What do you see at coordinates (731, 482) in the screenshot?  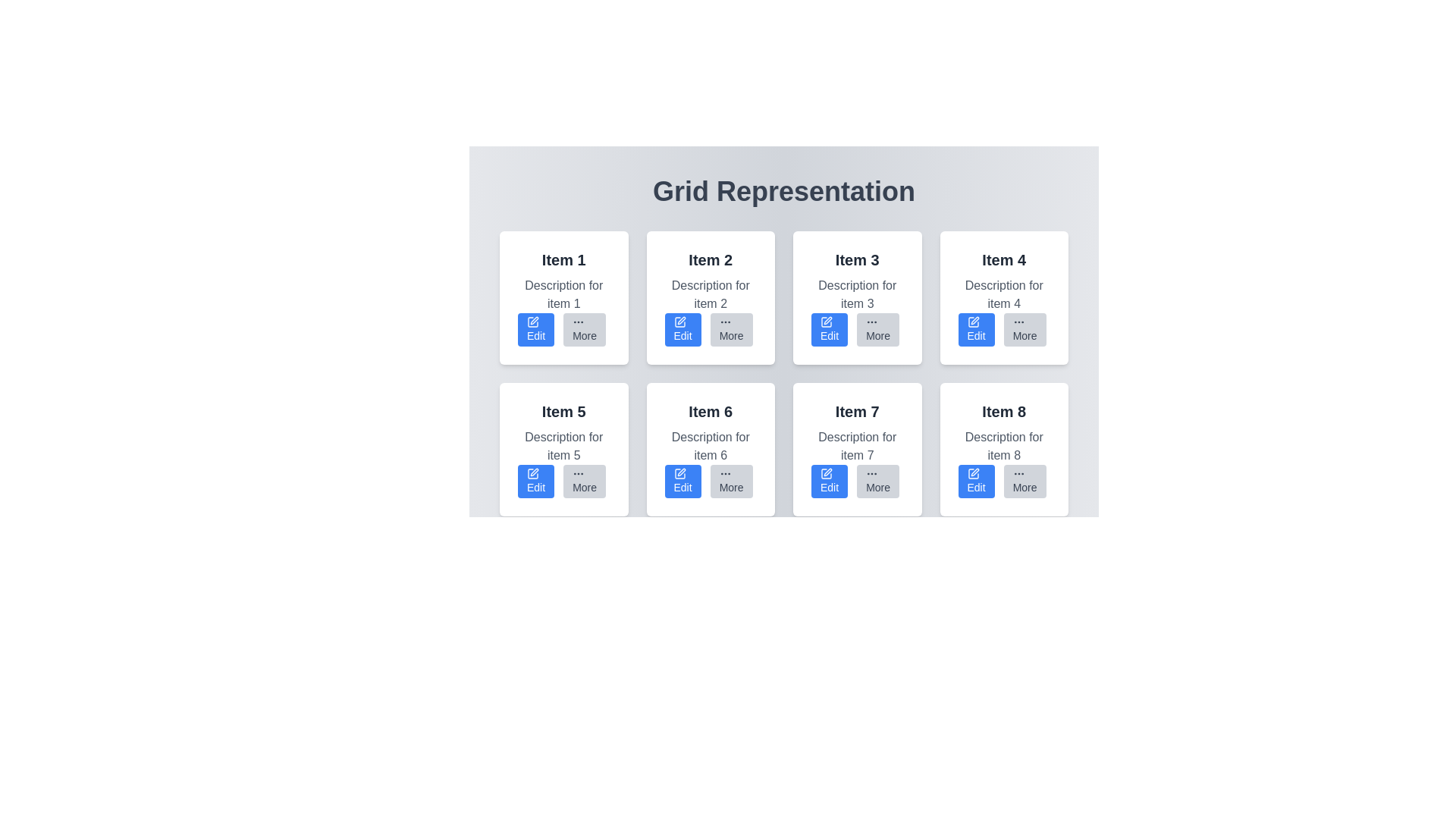 I see `the interactive button located within the box labeled 'Item 6' in the second row of a 4x2 grid layout` at bounding box center [731, 482].